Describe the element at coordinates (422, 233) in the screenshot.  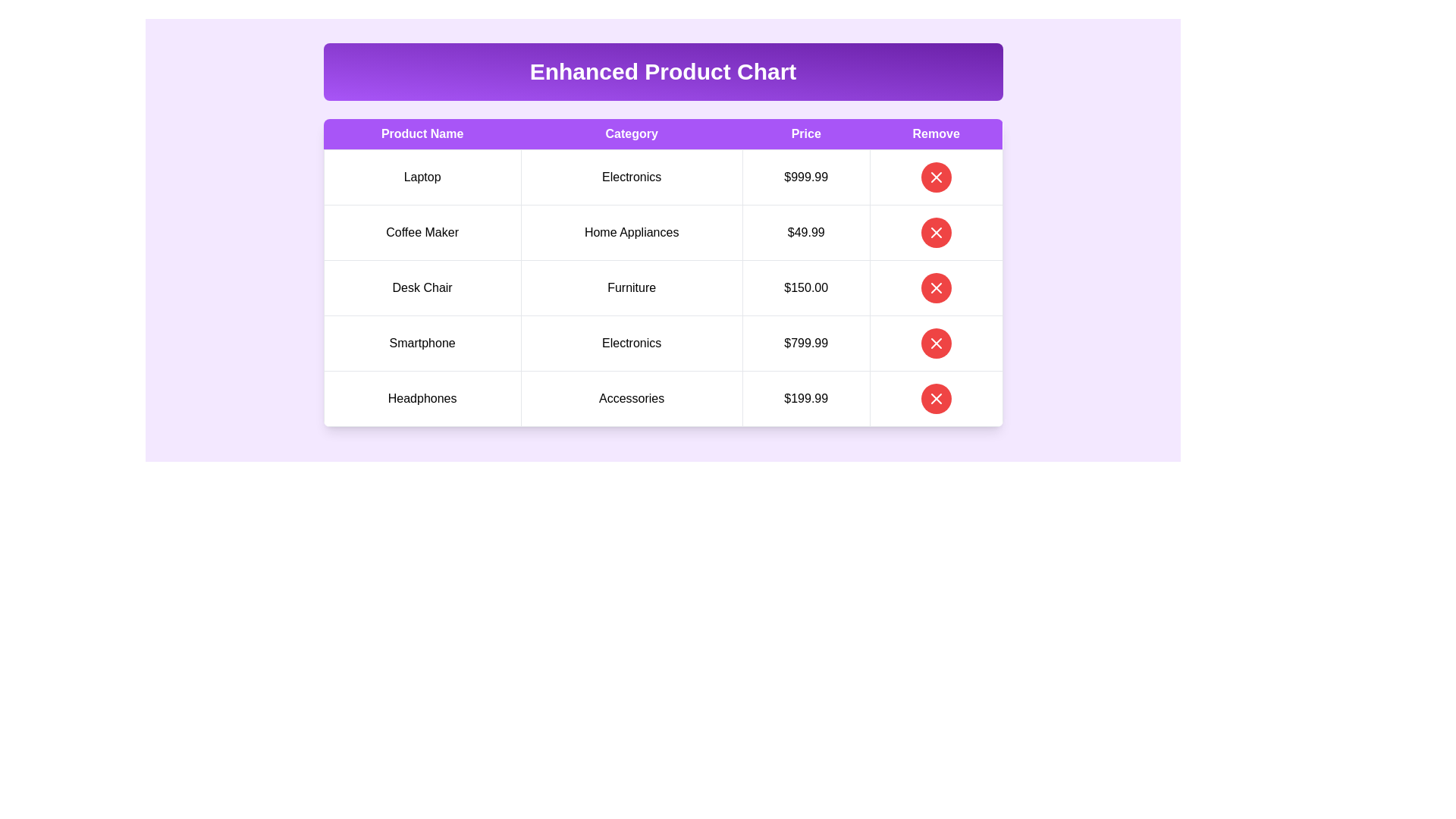
I see `text label for the product name located in the first cell of the second row of the table under the 'Product Name' column` at that location.